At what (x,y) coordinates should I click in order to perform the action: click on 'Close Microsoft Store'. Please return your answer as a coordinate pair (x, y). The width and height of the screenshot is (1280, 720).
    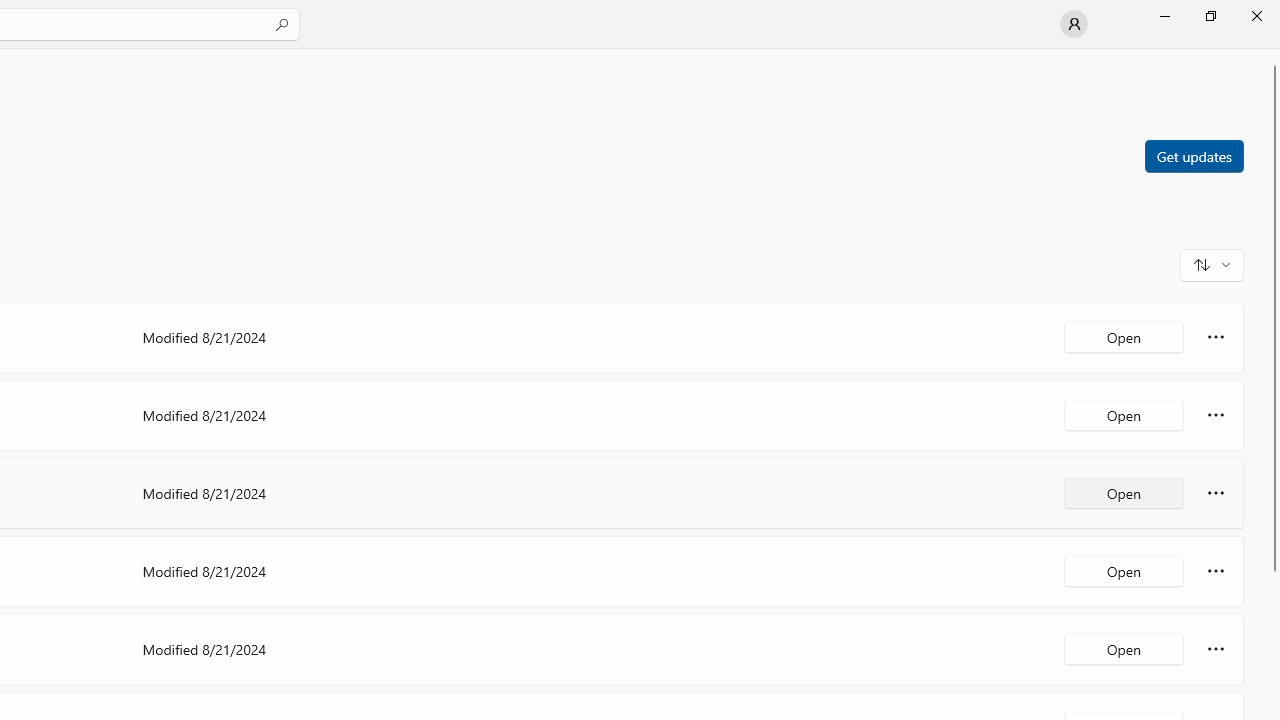
    Looking at the image, I should click on (1255, 15).